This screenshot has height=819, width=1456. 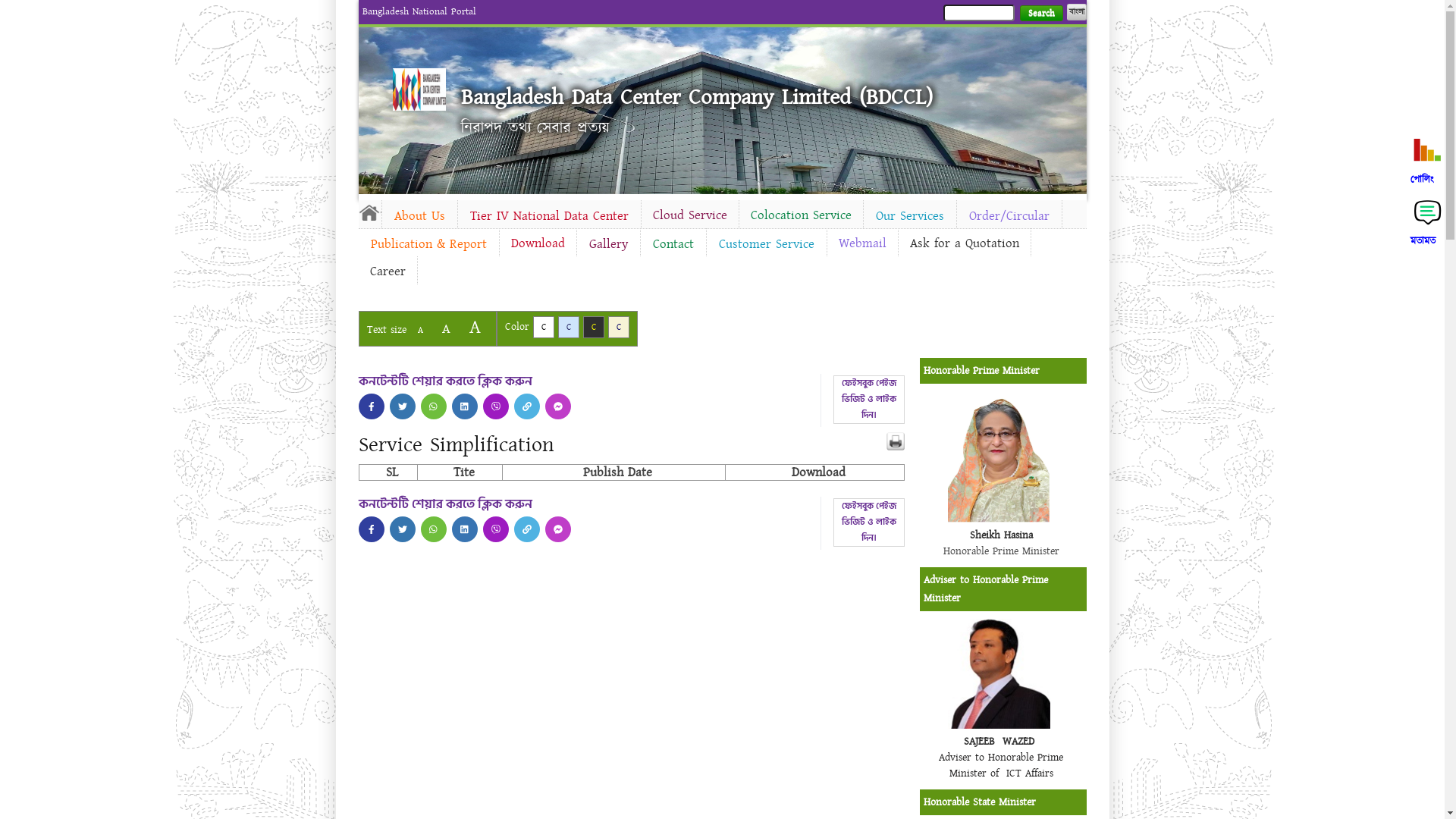 I want to click on 'Publication & Report', so click(x=356, y=243).